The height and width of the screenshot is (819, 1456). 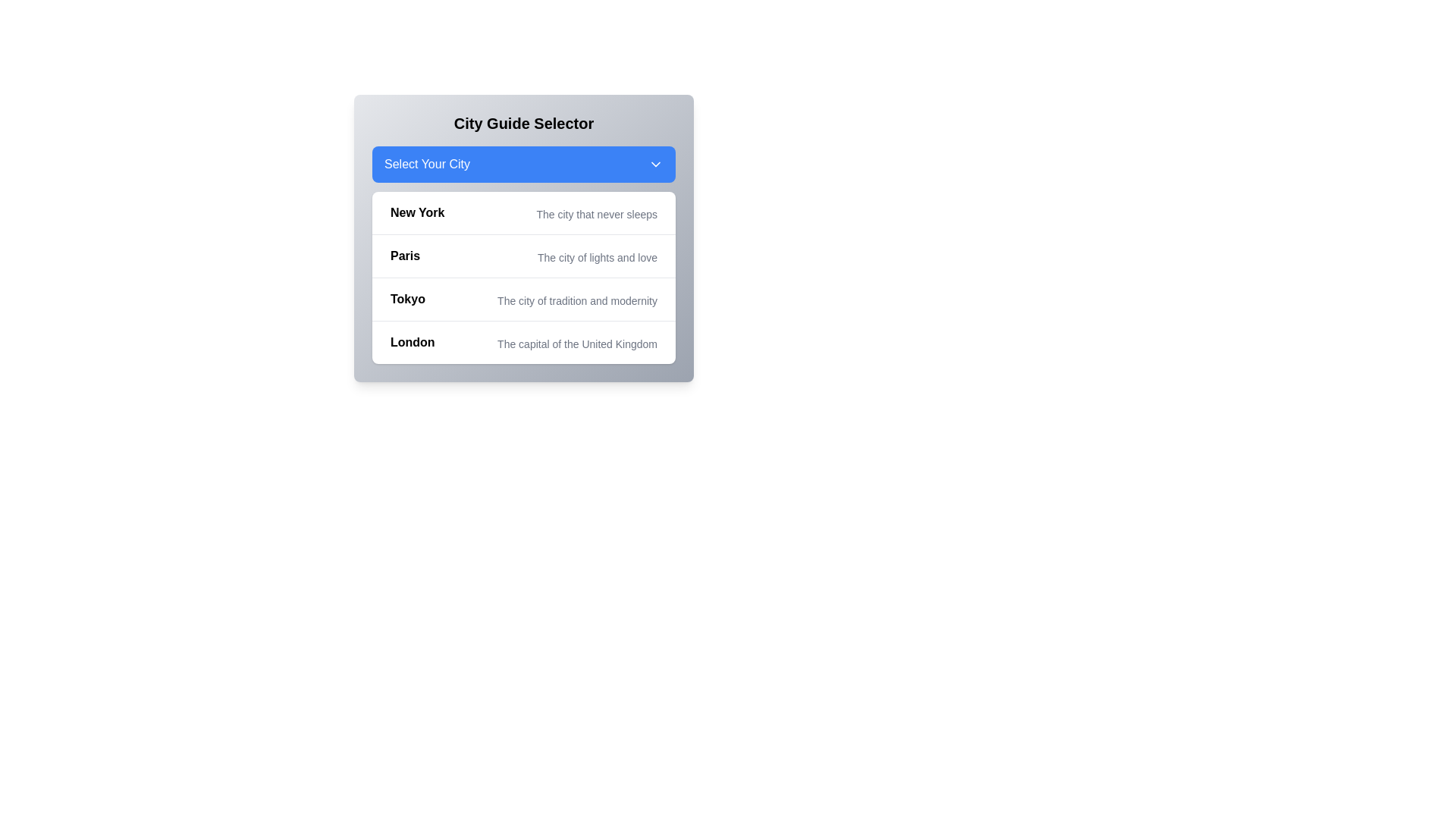 What do you see at coordinates (524, 342) in the screenshot?
I see `the List Item that displays 'London' with a bold label and a description stating 'The capital of the United Kingdom'` at bounding box center [524, 342].